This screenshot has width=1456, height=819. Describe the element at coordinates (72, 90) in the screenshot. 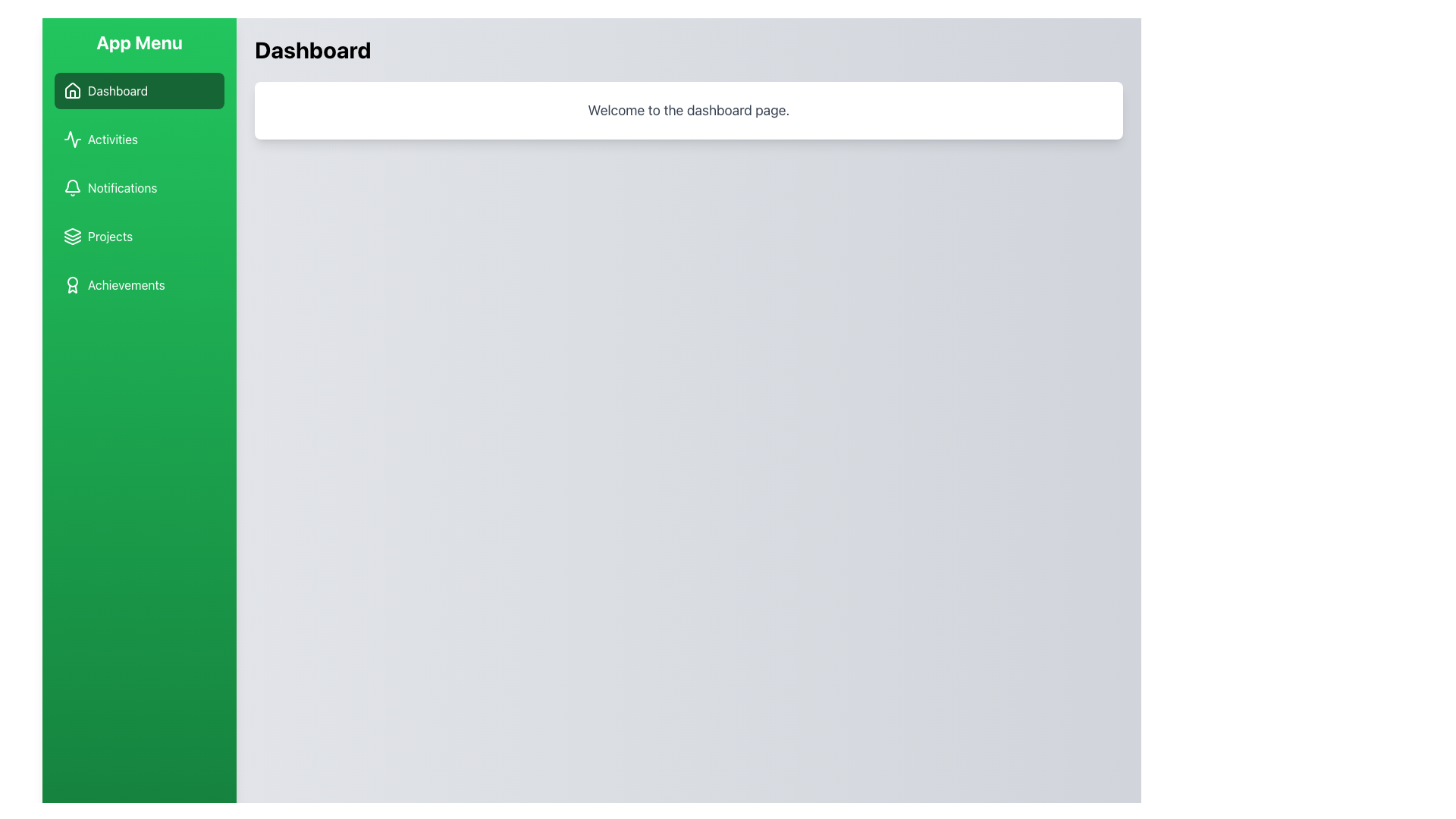

I see `the stylized house icon representing the 'Home' button in the side menu adjacent to the 'Dashboard' text label` at that location.